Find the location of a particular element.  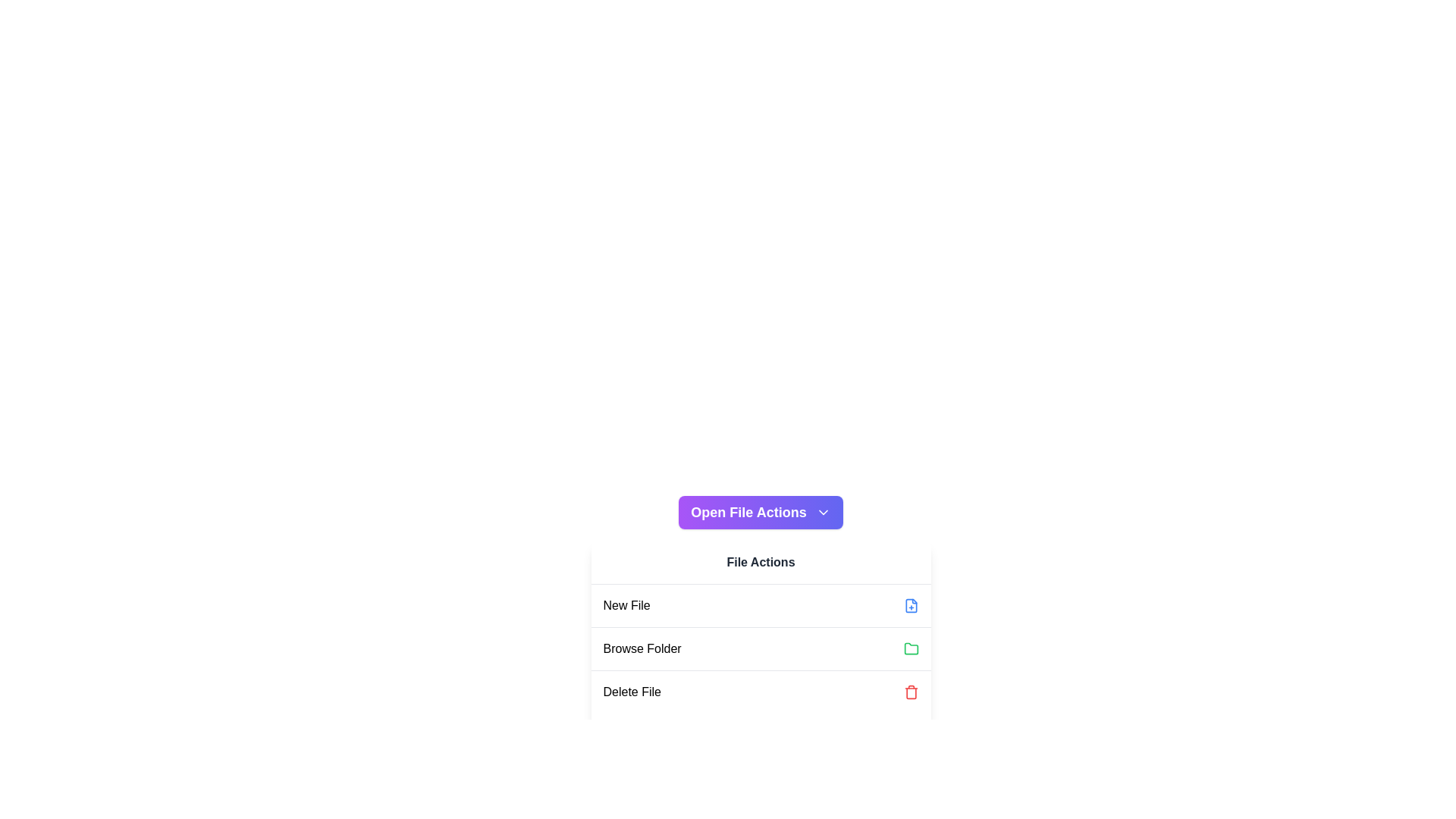

the 'New File' text label, which is styled in a standard sans-serif font and is the first entry in the list under the 'File Actions' heading is located at coordinates (626, 604).